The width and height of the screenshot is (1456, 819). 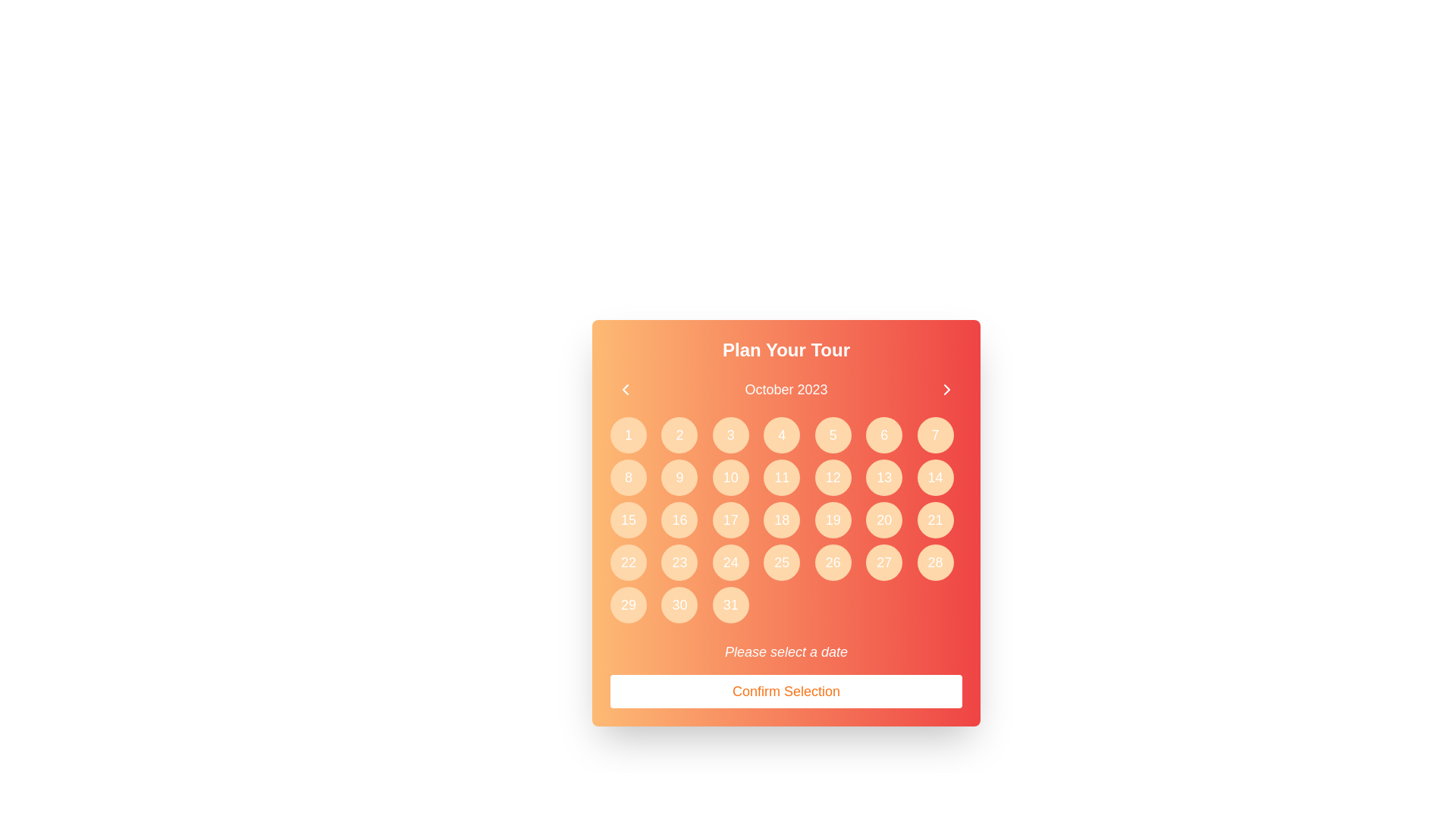 What do you see at coordinates (934, 476) in the screenshot?
I see `the circular button with a light orange background and white text '14'` at bounding box center [934, 476].